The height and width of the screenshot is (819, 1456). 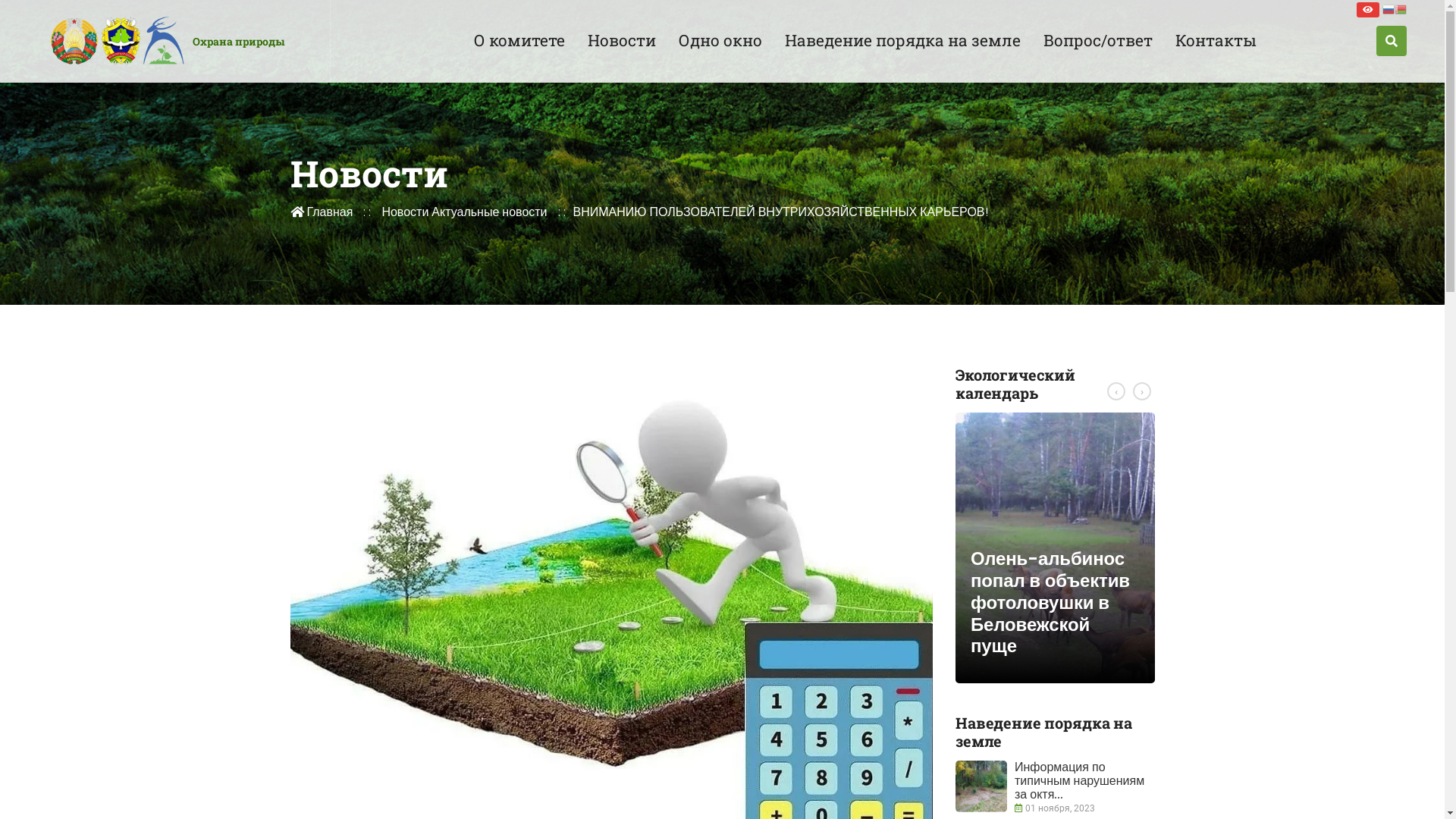 What do you see at coordinates (1388, 8) in the screenshot?
I see `'Russian'` at bounding box center [1388, 8].